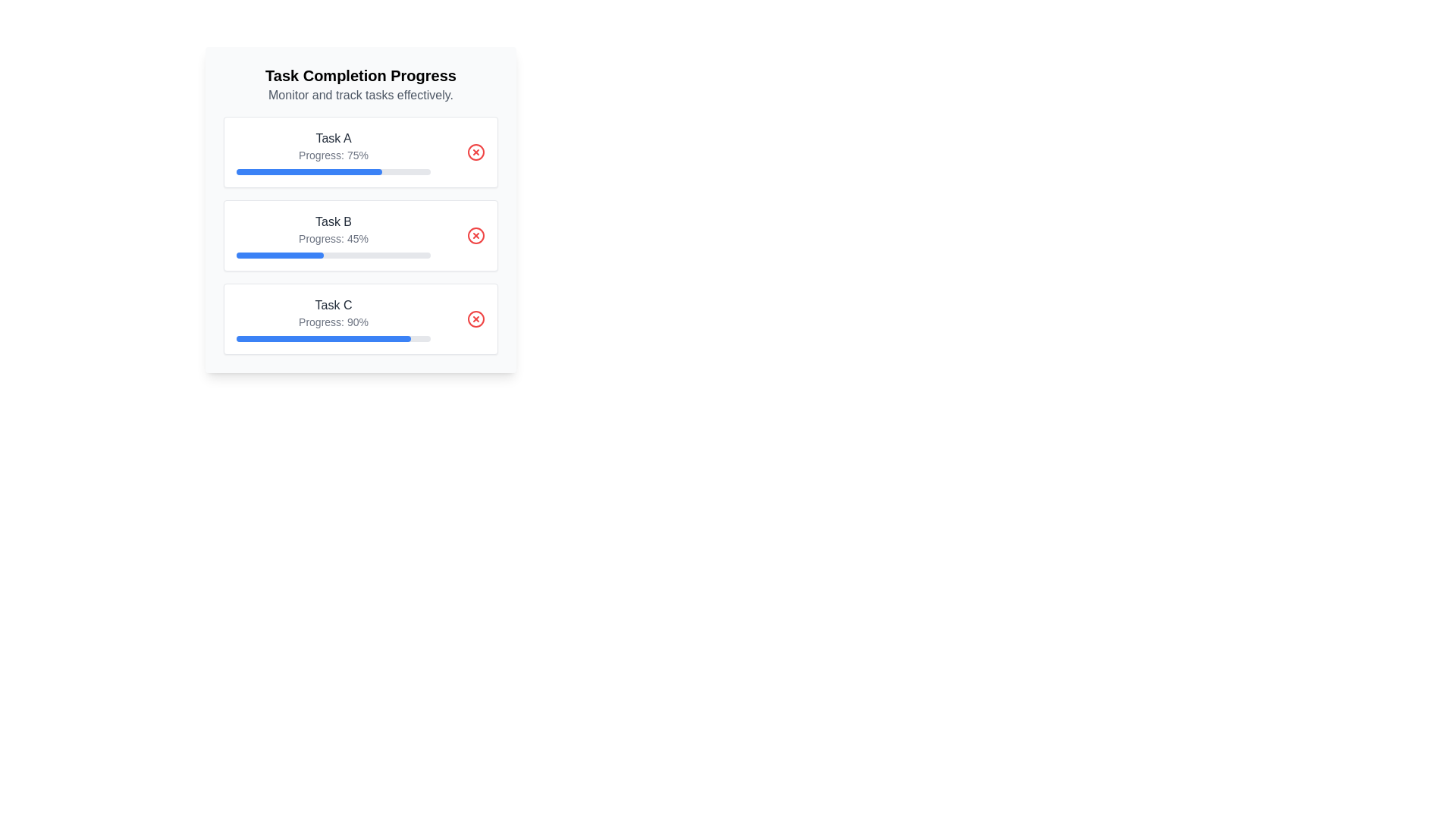  Describe the element at coordinates (323, 338) in the screenshot. I see `the blue progress indicator in the 'Task C' section, which shows 90% completion` at that location.